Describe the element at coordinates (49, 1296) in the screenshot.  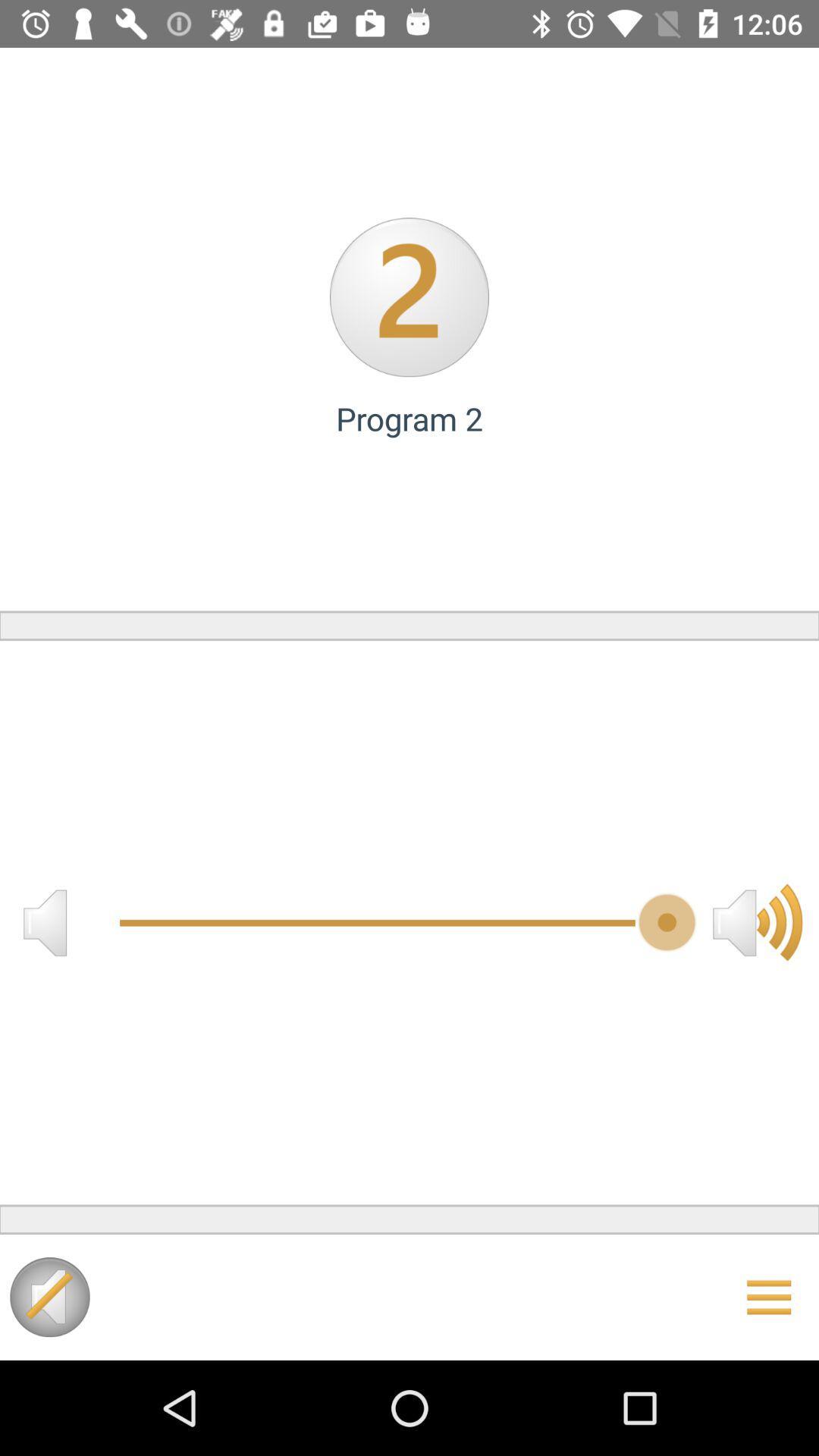
I see `sound on` at that location.